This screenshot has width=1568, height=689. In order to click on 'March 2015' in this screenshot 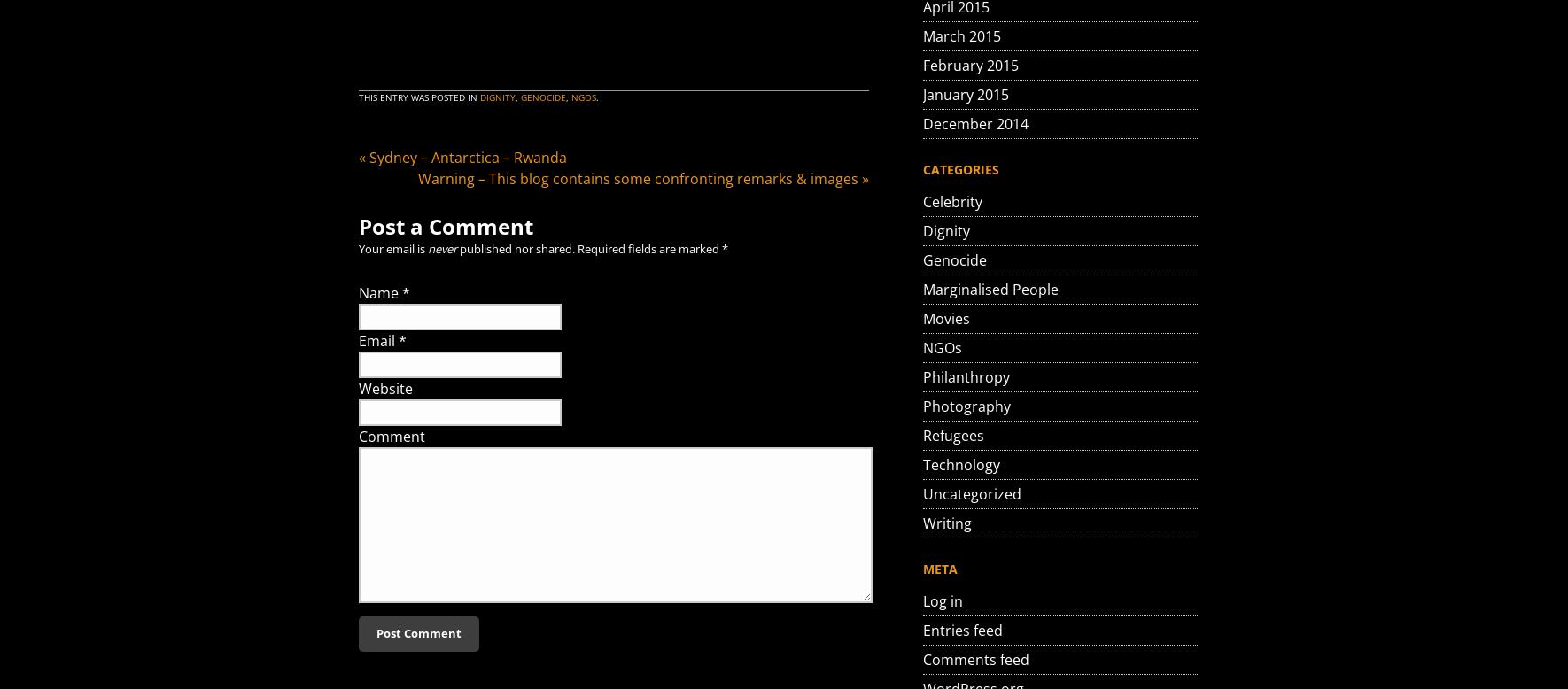, I will do `click(962, 36)`.